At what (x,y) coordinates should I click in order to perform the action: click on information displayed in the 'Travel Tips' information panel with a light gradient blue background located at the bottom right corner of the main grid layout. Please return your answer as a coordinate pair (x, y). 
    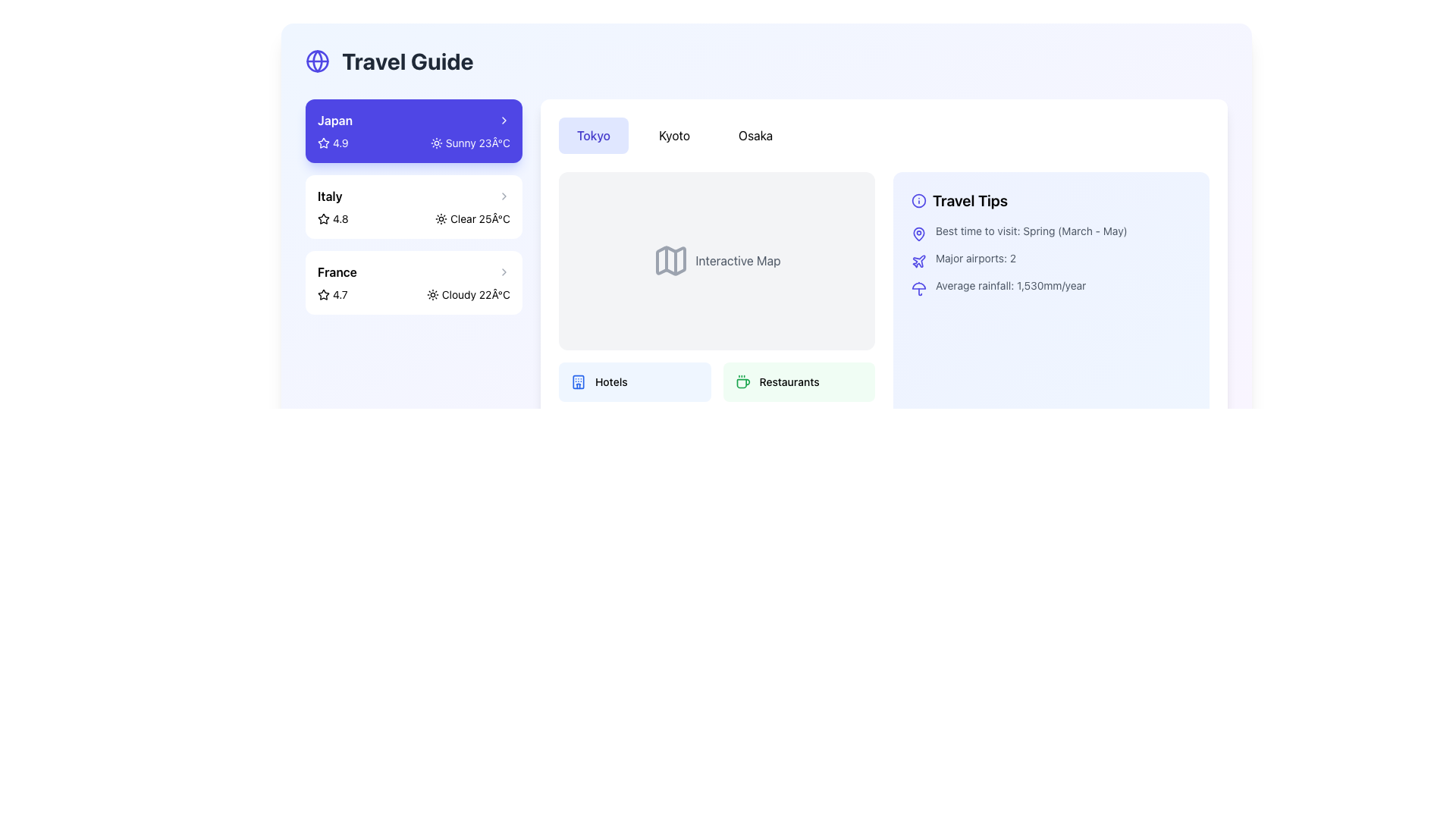
    Looking at the image, I should click on (1050, 312).